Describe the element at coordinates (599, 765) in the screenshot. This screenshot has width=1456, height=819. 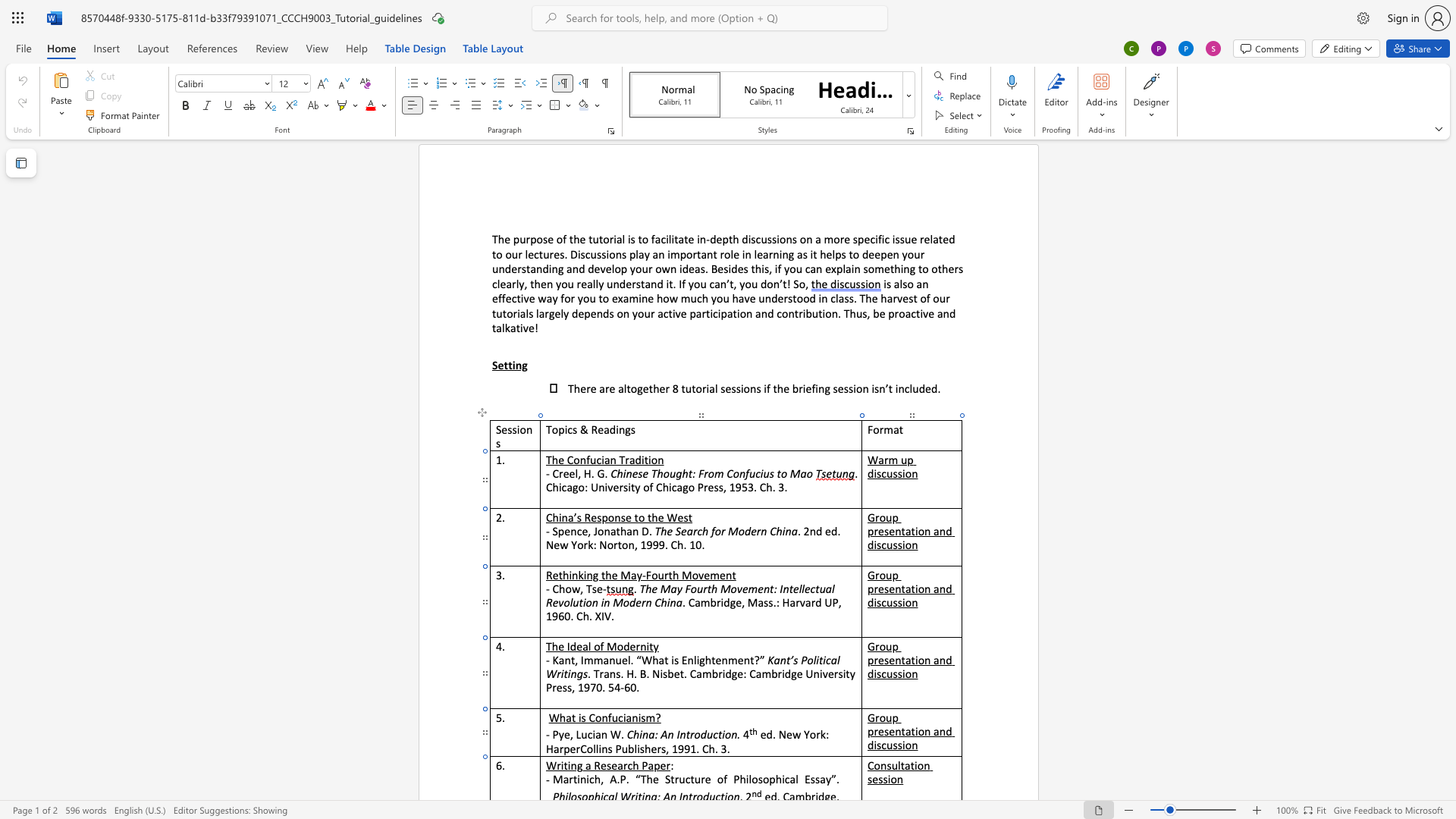
I see `the space between the continuous character "R" and "e" in the text` at that location.